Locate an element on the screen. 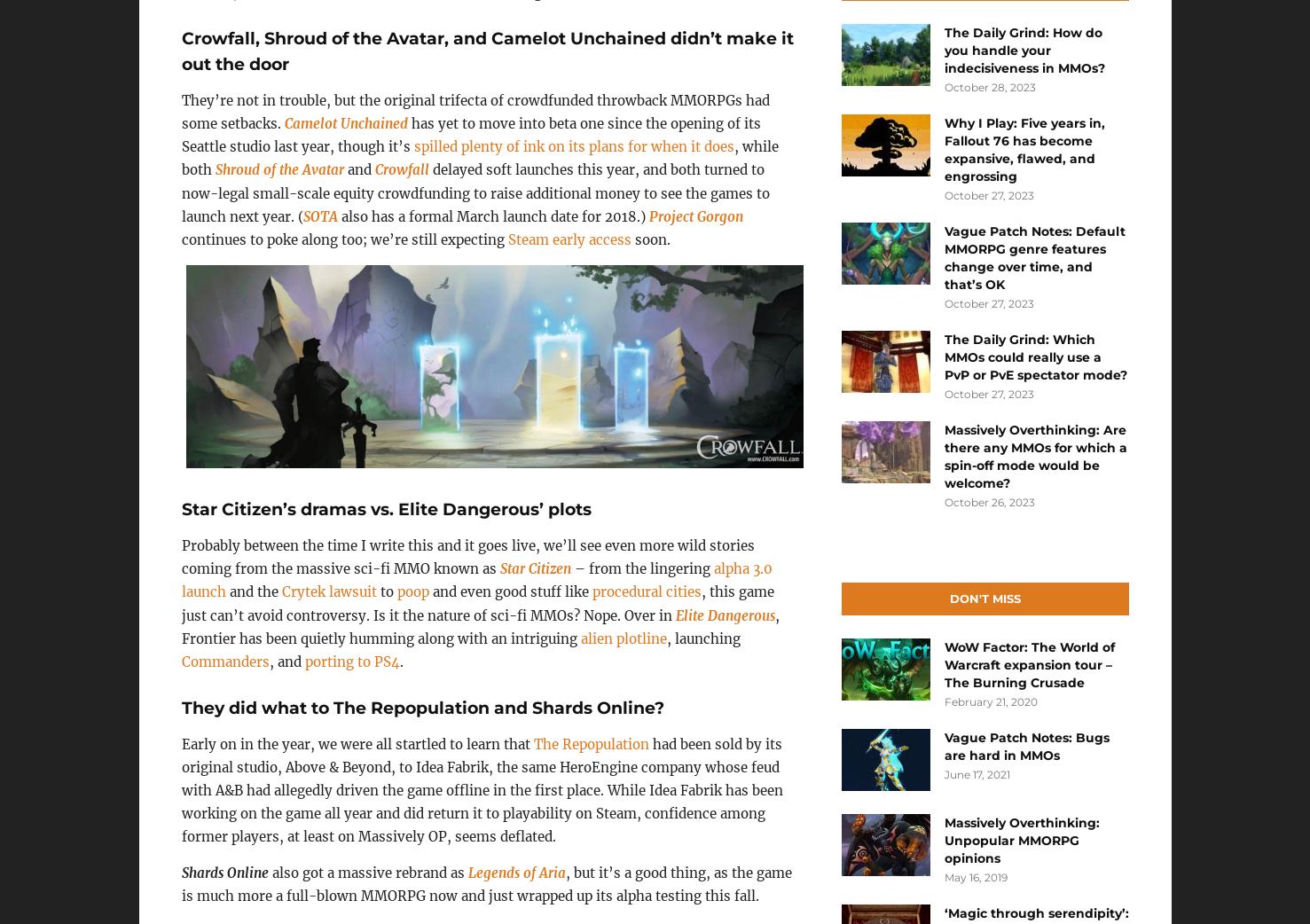 This screenshot has height=924, width=1310. 'and even good stuff like' is located at coordinates (508, 591).